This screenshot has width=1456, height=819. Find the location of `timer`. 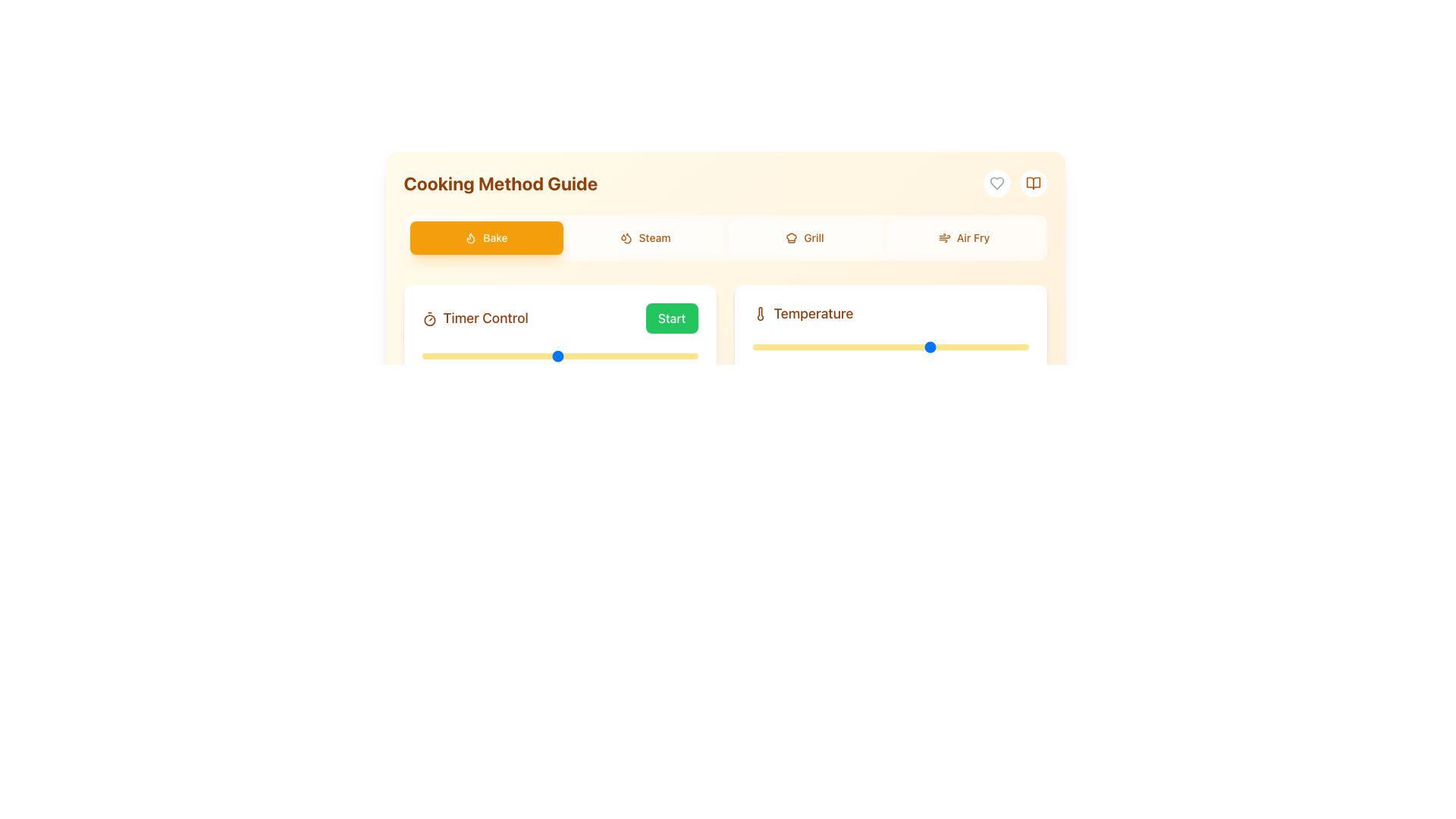

timer is located at coordinates (425, 356).